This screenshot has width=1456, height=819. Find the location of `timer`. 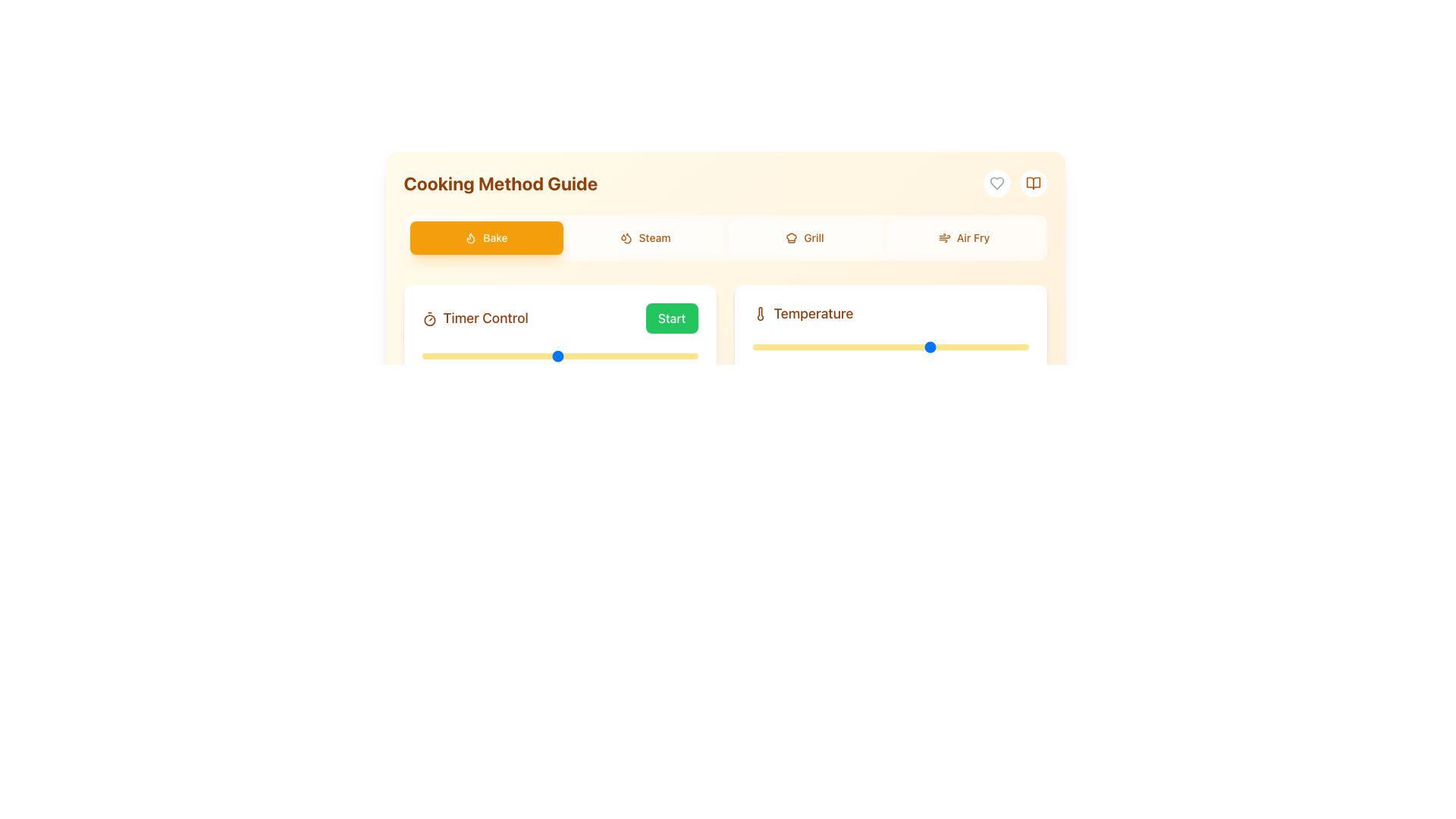

timer is located at coordinates (425, 356).